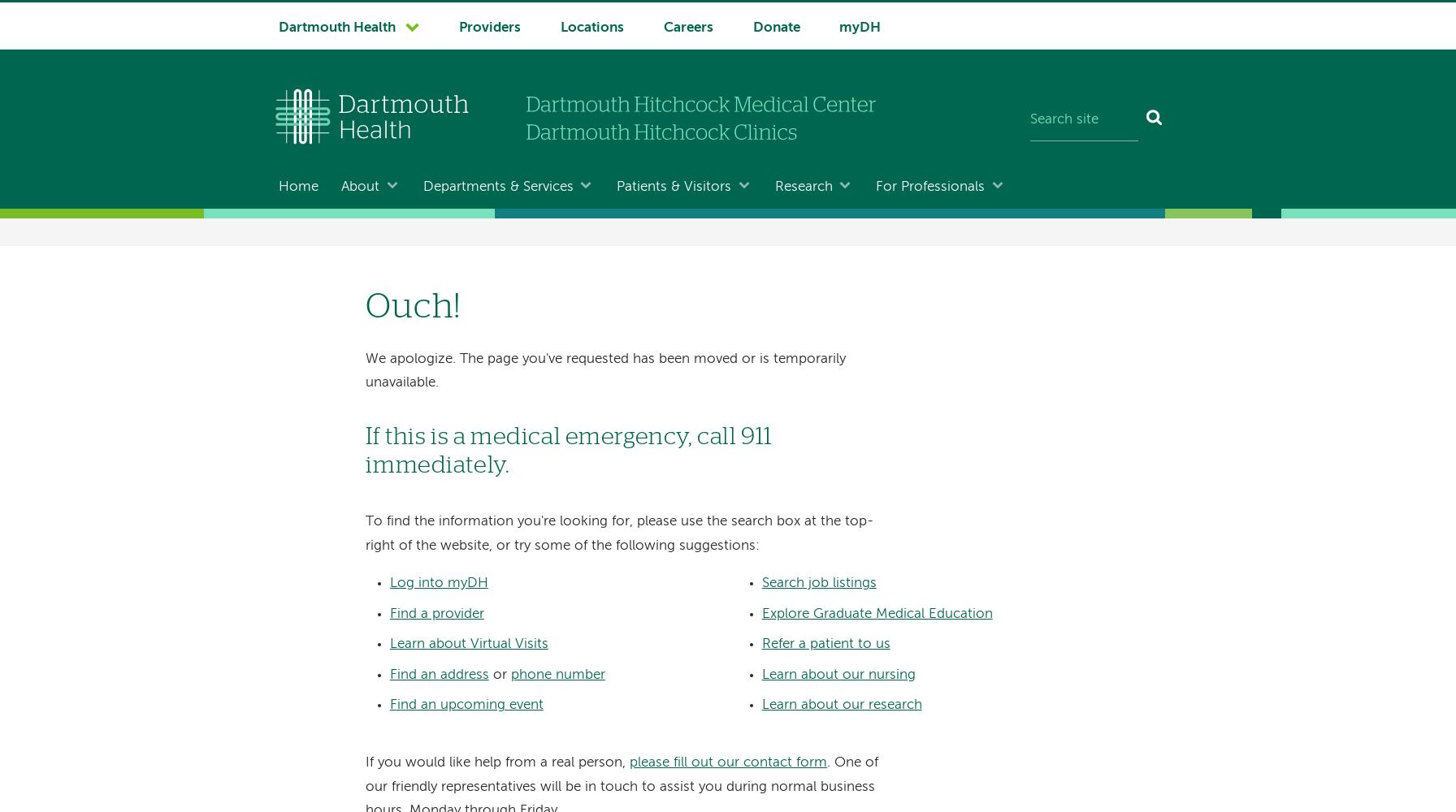  Describe the element at coordinates (362, 550) in the screenshot. I see `'History'` at that location.